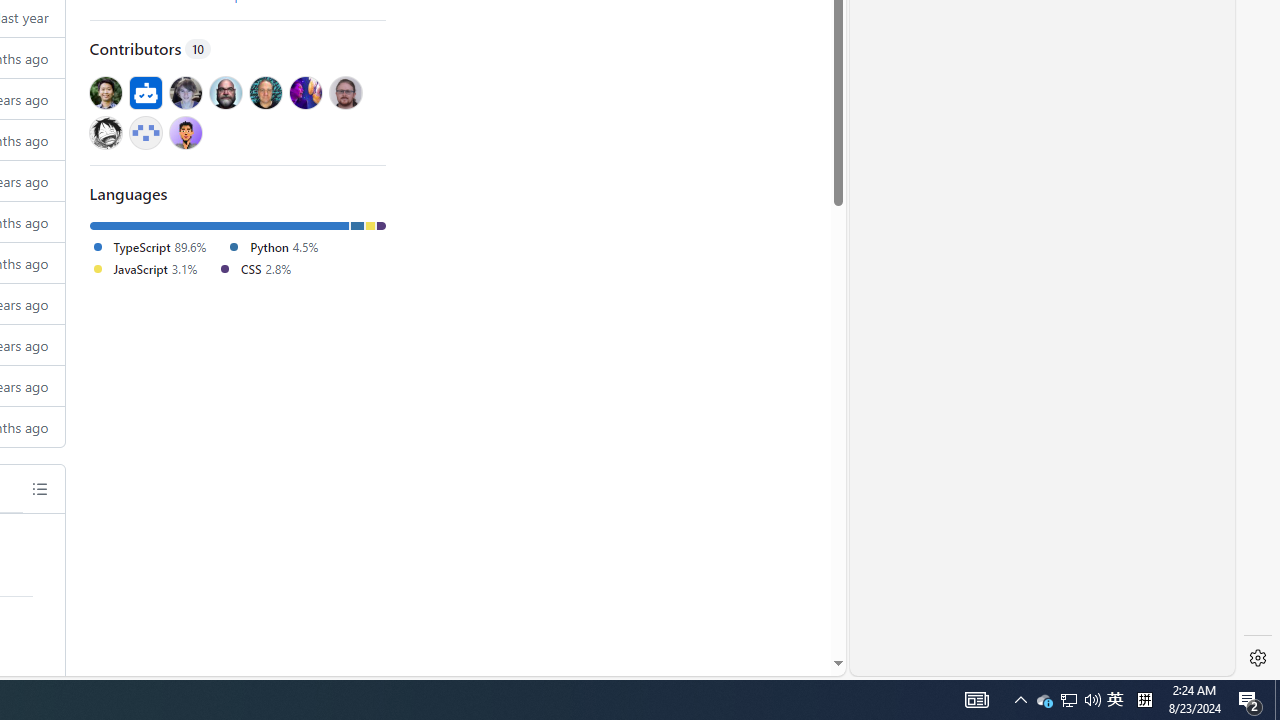 This screenshot has height=720, width=1280. What do you see at coordinates (261, 270) in the screenshot?
I see `'CSS2.8%'` at bounding box center [261, 270].